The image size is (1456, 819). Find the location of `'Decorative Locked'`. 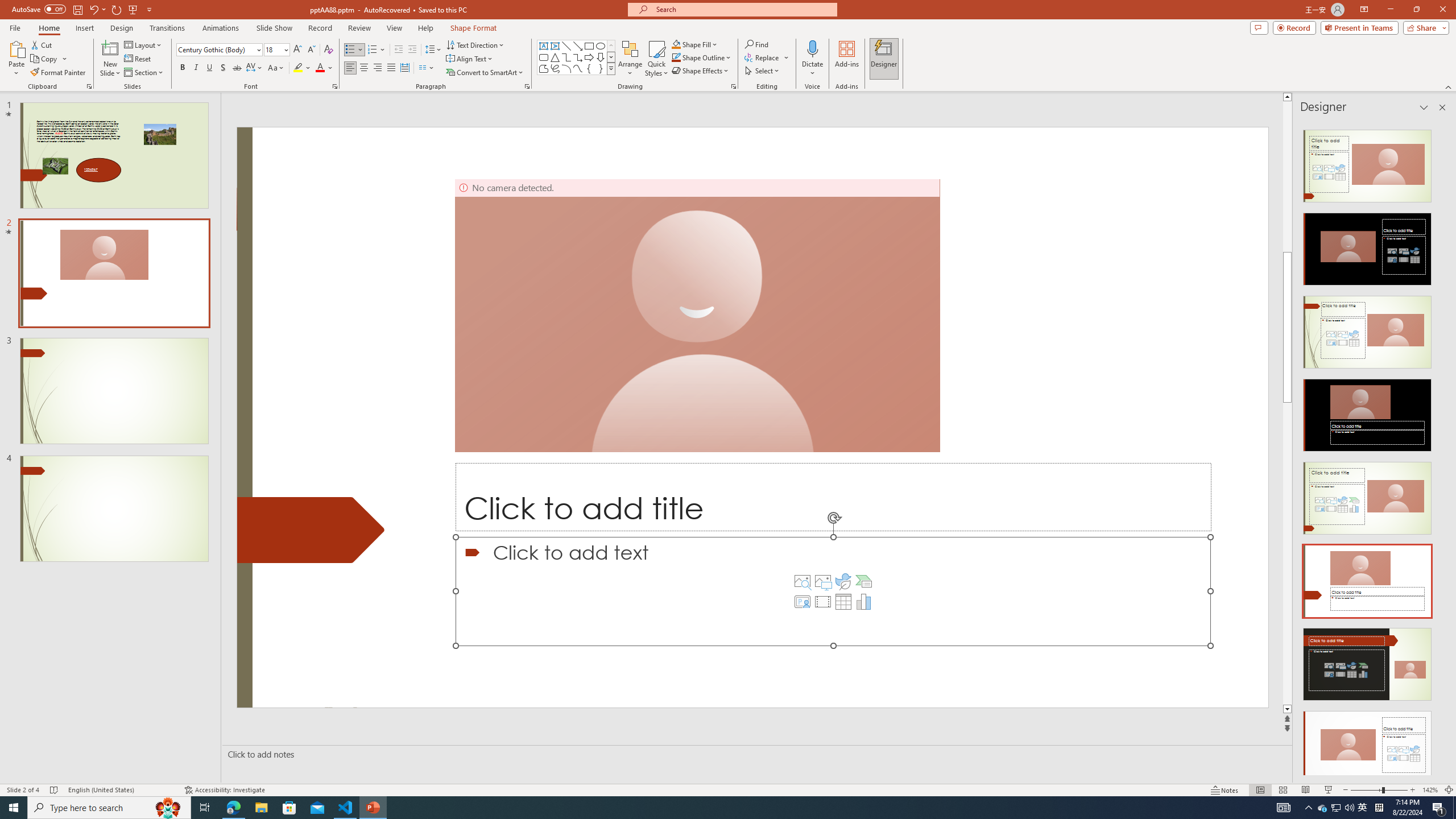

'Decorative Locked' is located at coordinates (311, 530).